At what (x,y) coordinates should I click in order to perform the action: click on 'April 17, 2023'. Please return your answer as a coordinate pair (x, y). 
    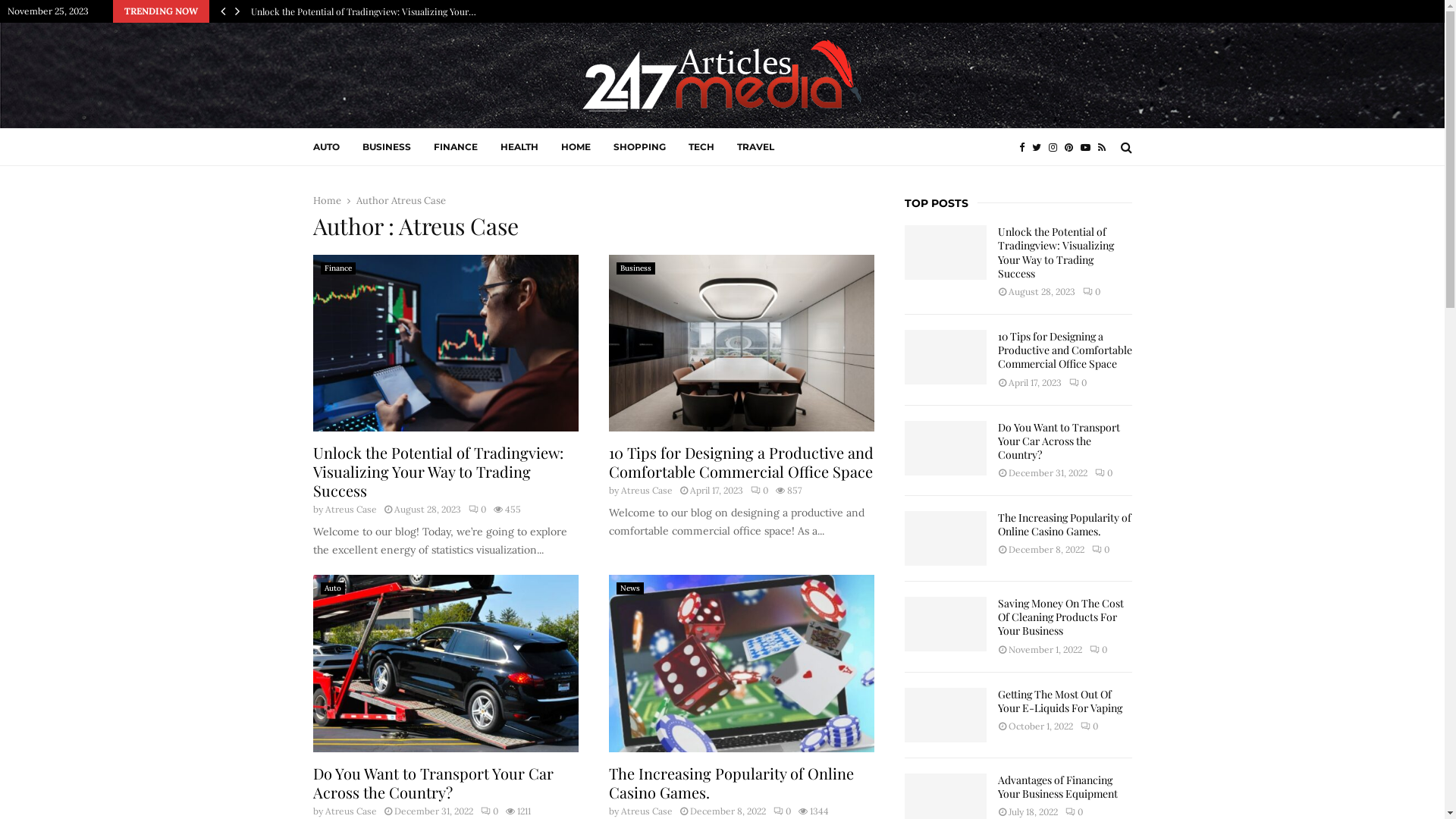
    Looking at the image, I should click on (716, 490).